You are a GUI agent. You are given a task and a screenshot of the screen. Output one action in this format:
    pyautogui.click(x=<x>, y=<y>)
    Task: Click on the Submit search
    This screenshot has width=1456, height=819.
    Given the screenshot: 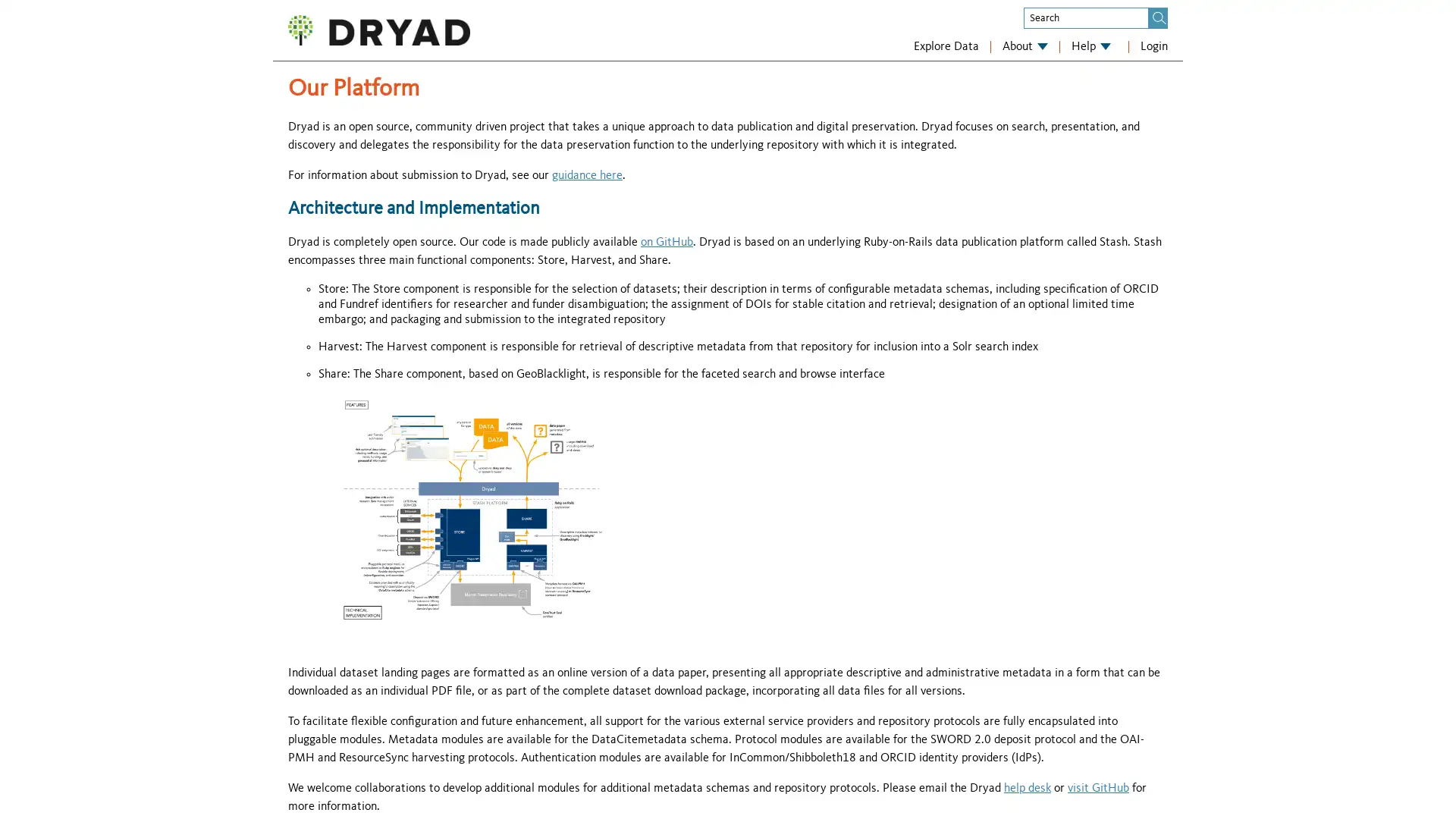 What is the action you would take?
    pyautogui.click(x=1158, y=17)
    